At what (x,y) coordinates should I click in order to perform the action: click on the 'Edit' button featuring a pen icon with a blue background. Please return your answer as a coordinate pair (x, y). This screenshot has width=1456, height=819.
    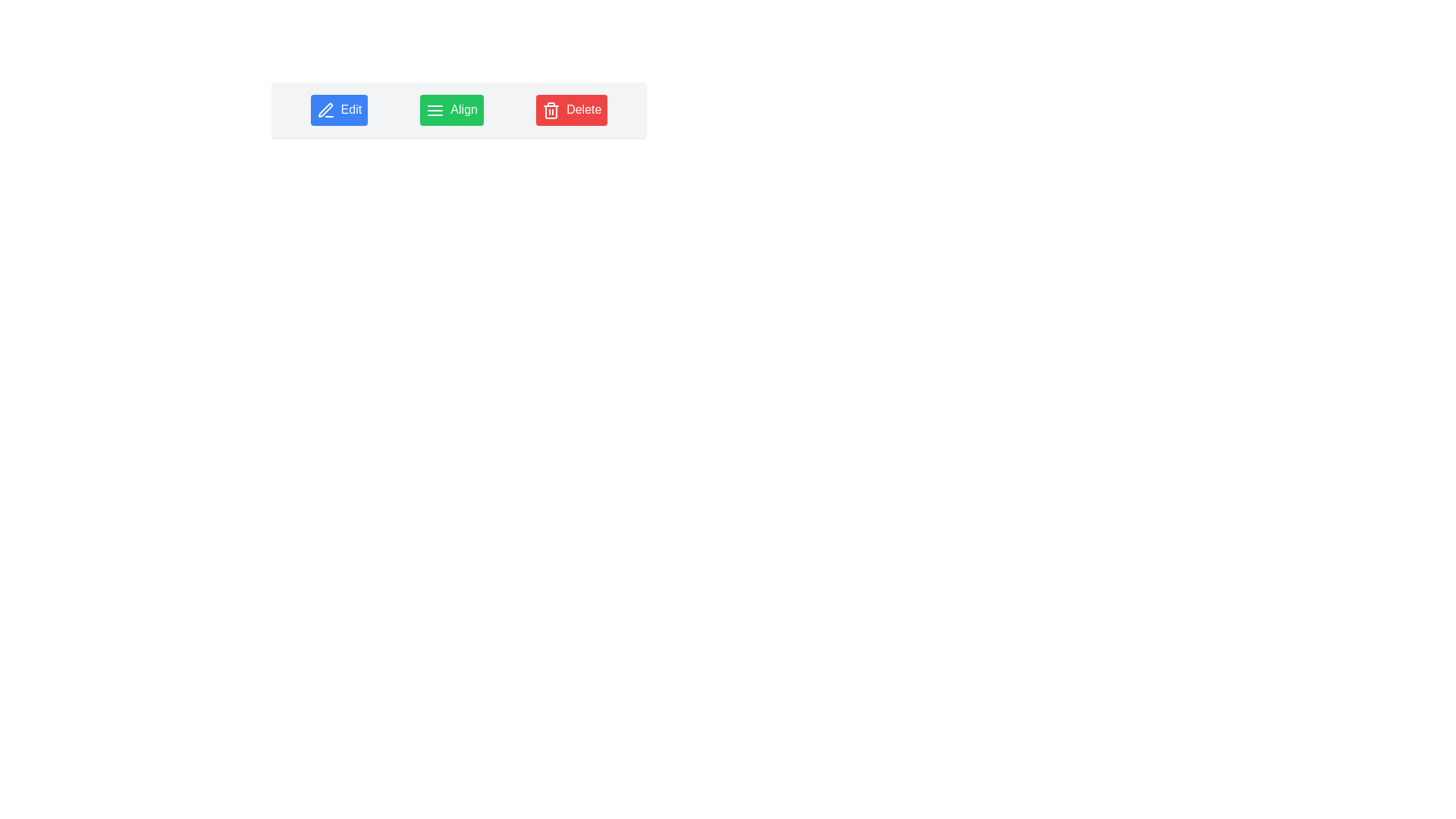
    Looking at the image, I should click on (325, 109).